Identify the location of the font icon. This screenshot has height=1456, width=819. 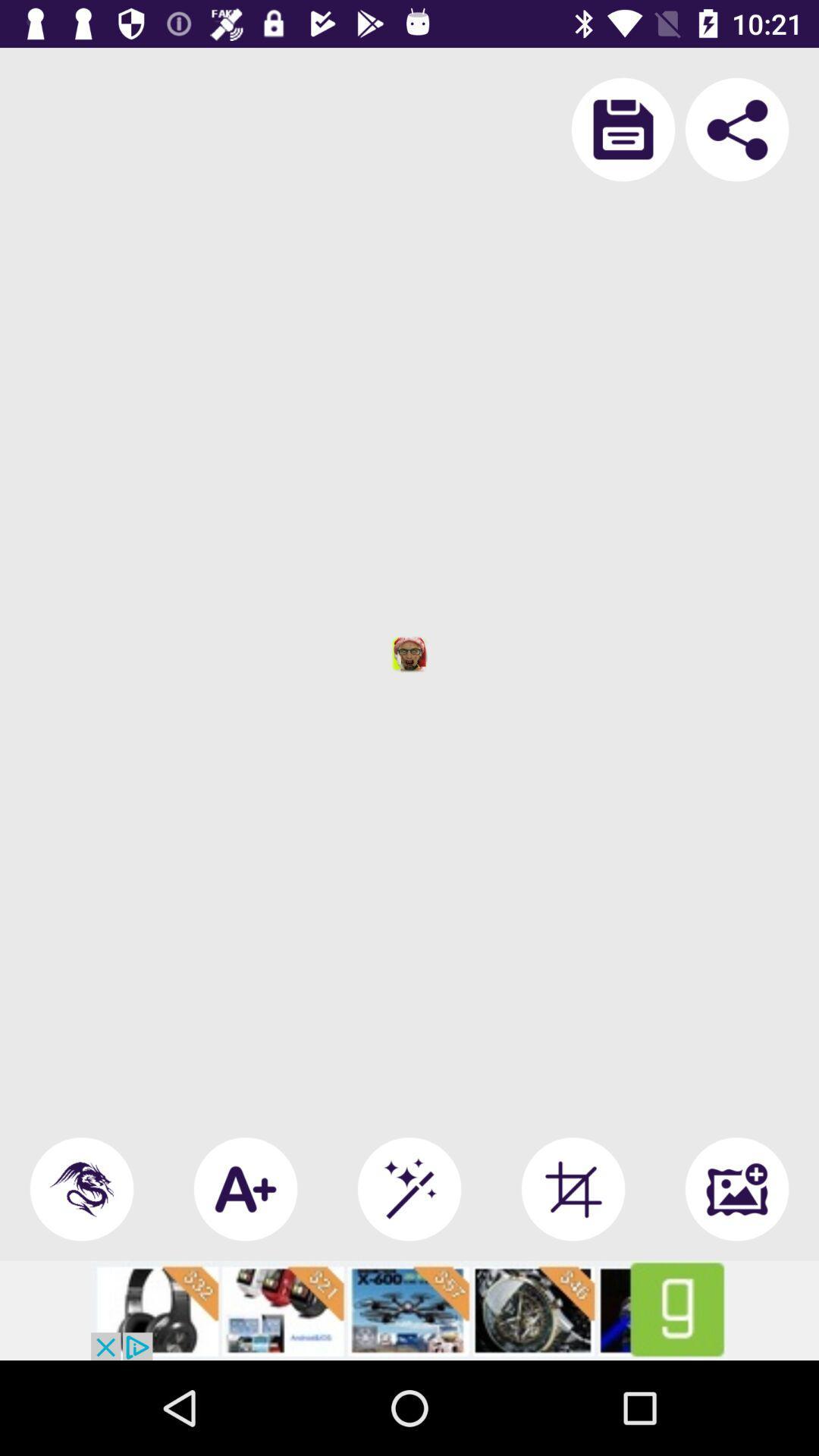
(245, 1188).